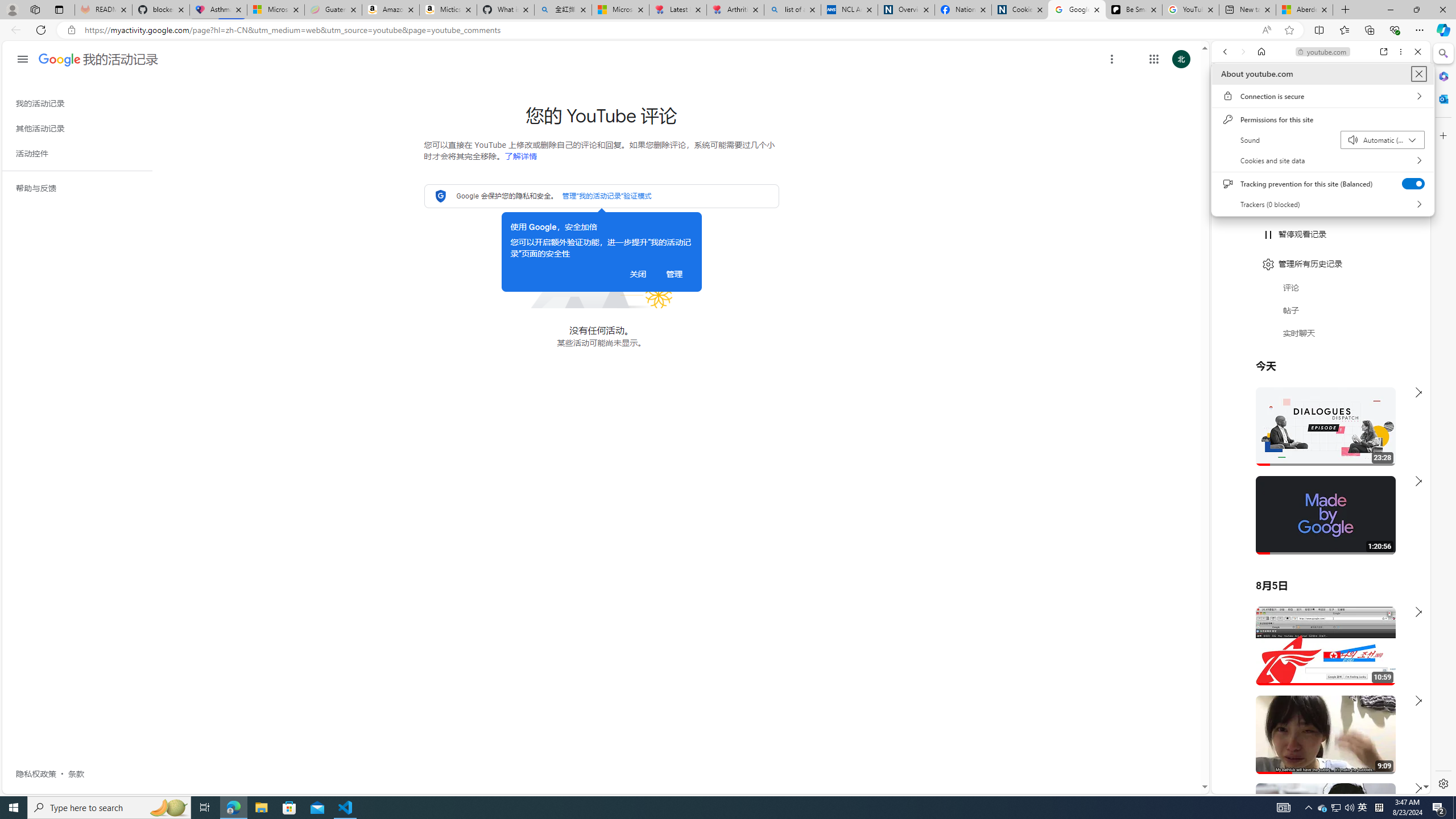 This screenshot has height=819, width=1456. I want to click on 'Class: dict_pnIcon rms_img', so click(1312, 784).